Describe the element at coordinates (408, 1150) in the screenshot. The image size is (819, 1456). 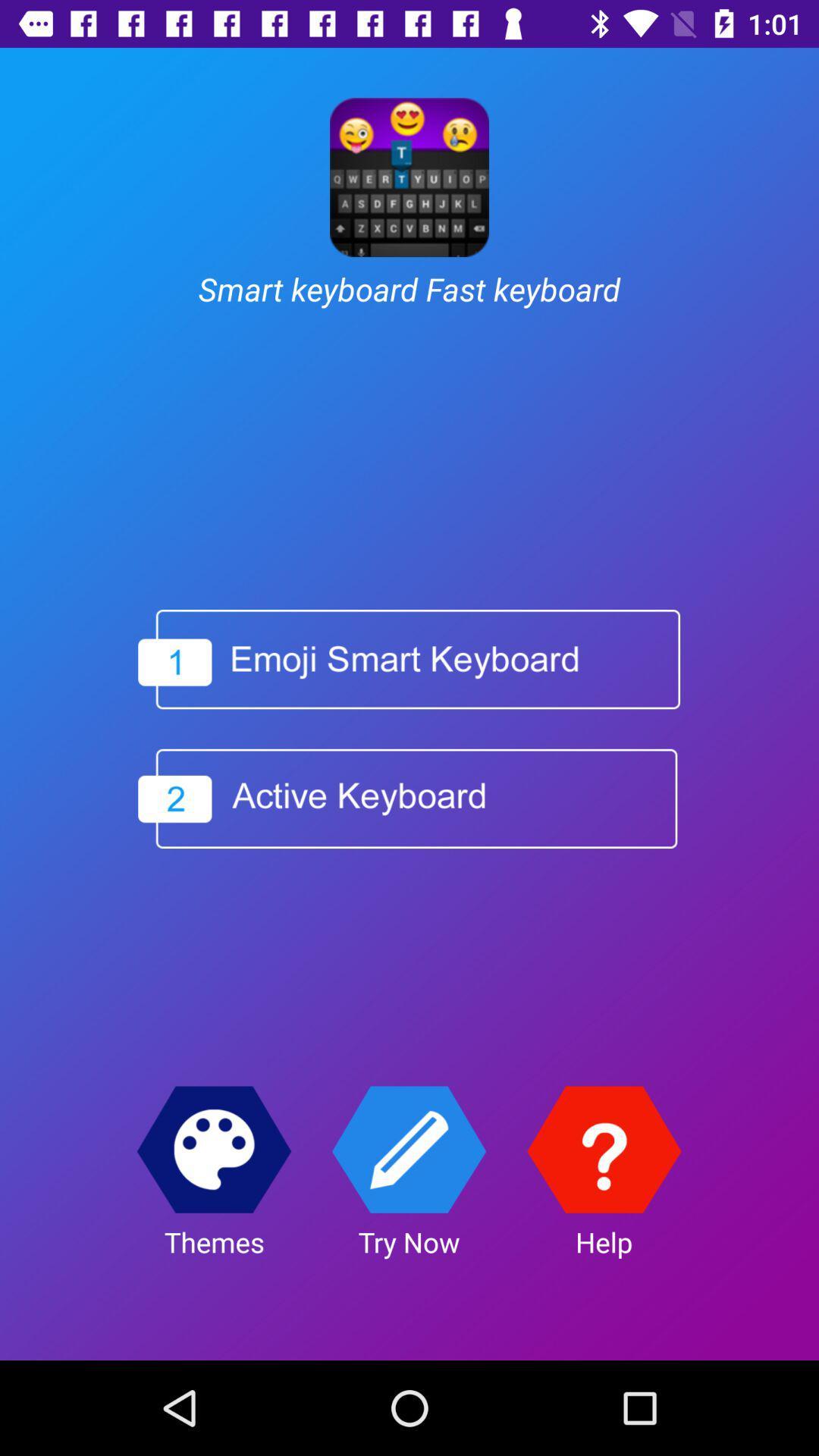
I see `click the pencil` at that location.